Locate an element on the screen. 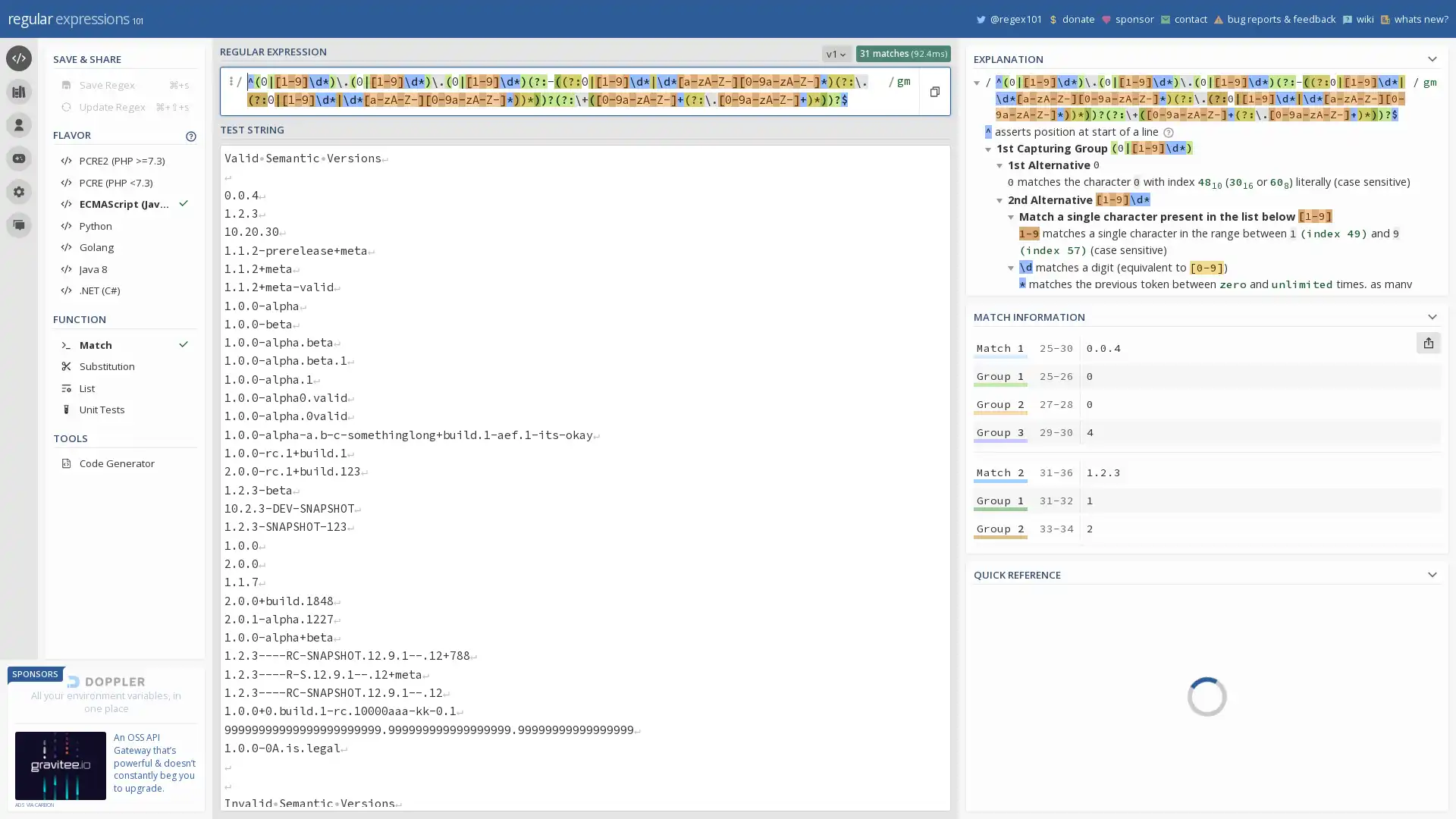 Image resolution: width=1456 pixels, height=819 pixels. Copy to clipboard is located at coordinates (934, 91).